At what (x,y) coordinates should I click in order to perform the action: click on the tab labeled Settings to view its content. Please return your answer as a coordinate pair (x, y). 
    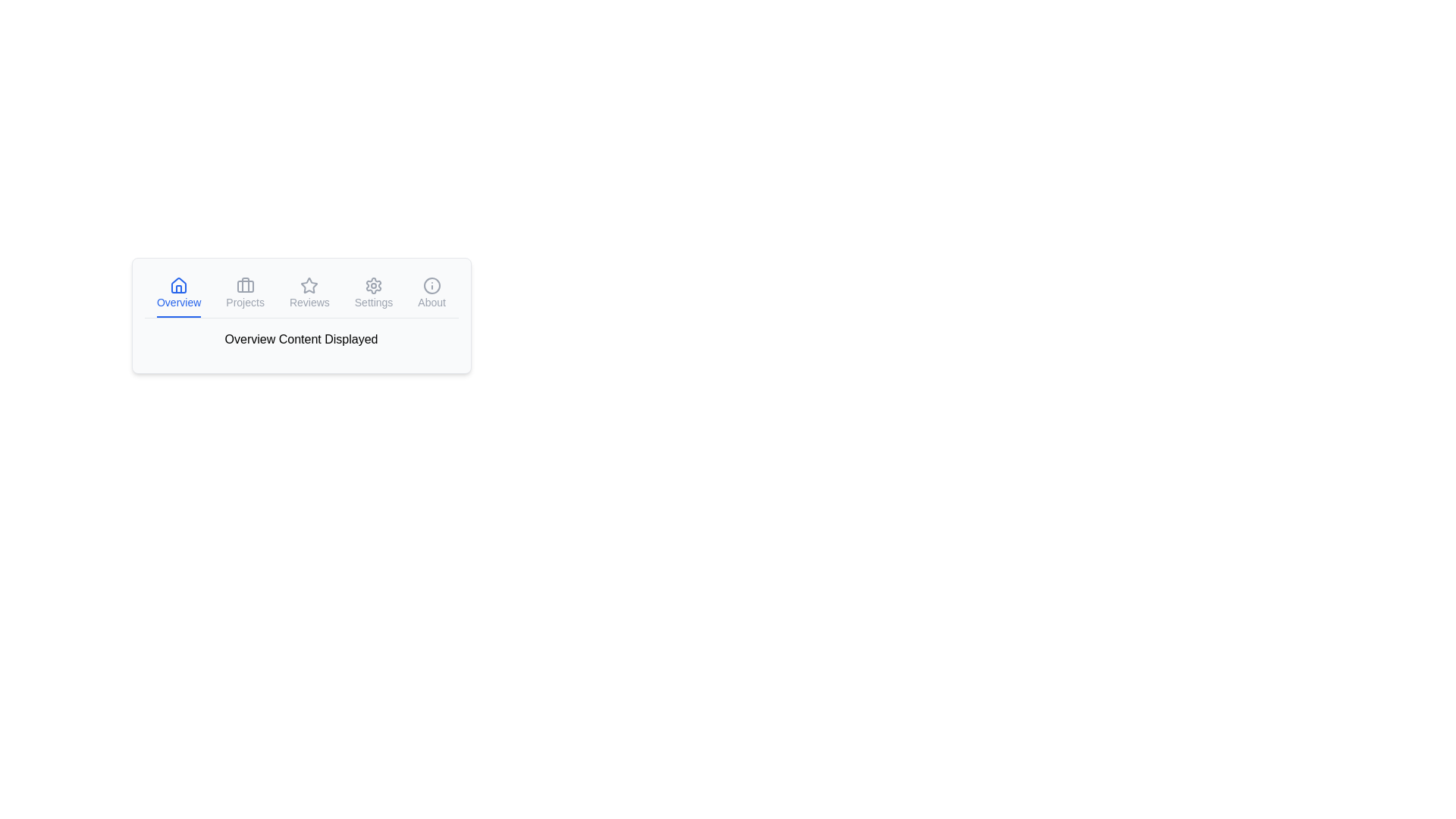
    Looking at the image, I should click on (374, 294).